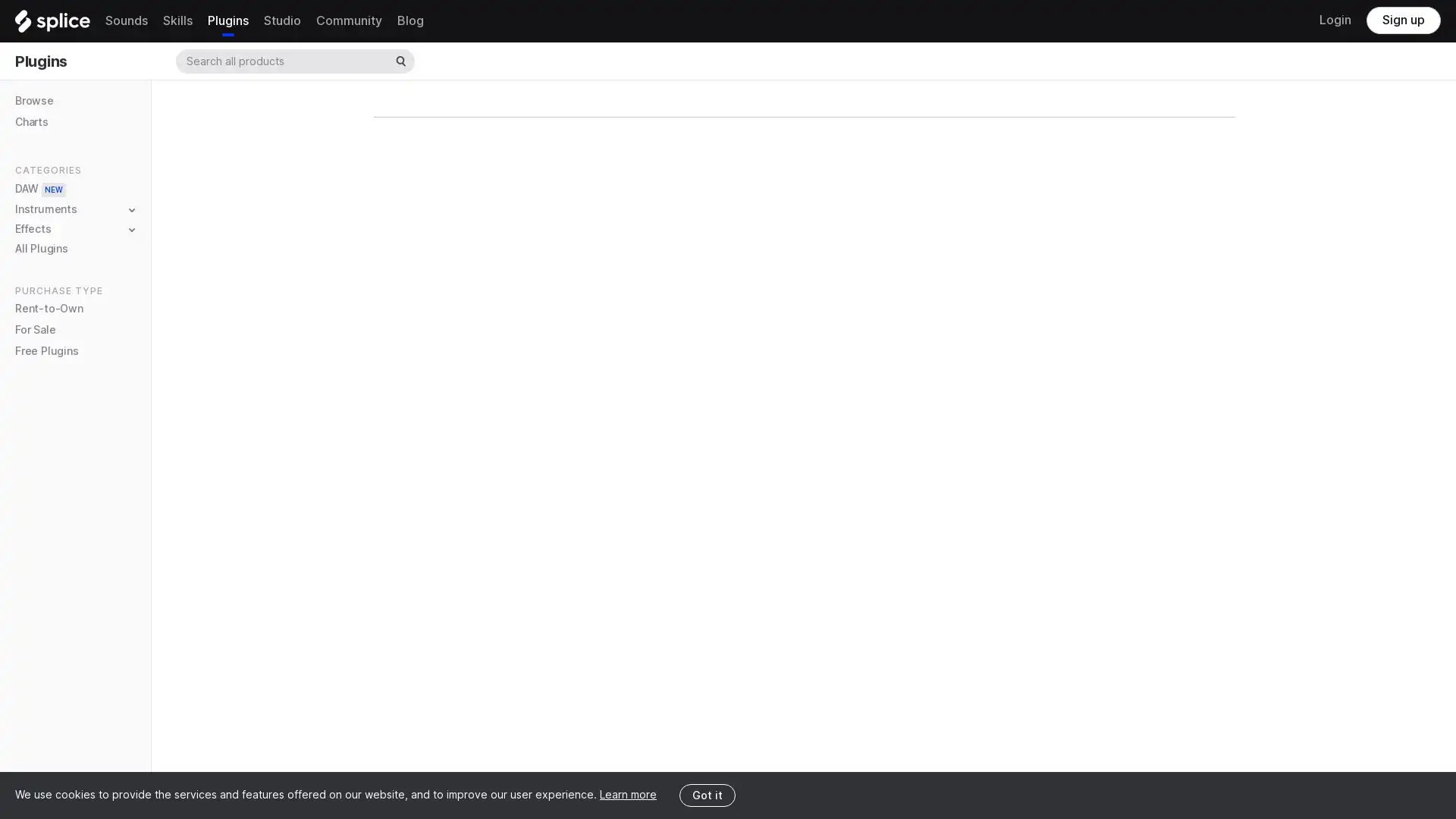 The height and width of the screenshot is (819, 1456). What do you see at coordinates (706, 794) in the screenshot?
I see `Got it` at bounding box center [706, 794].